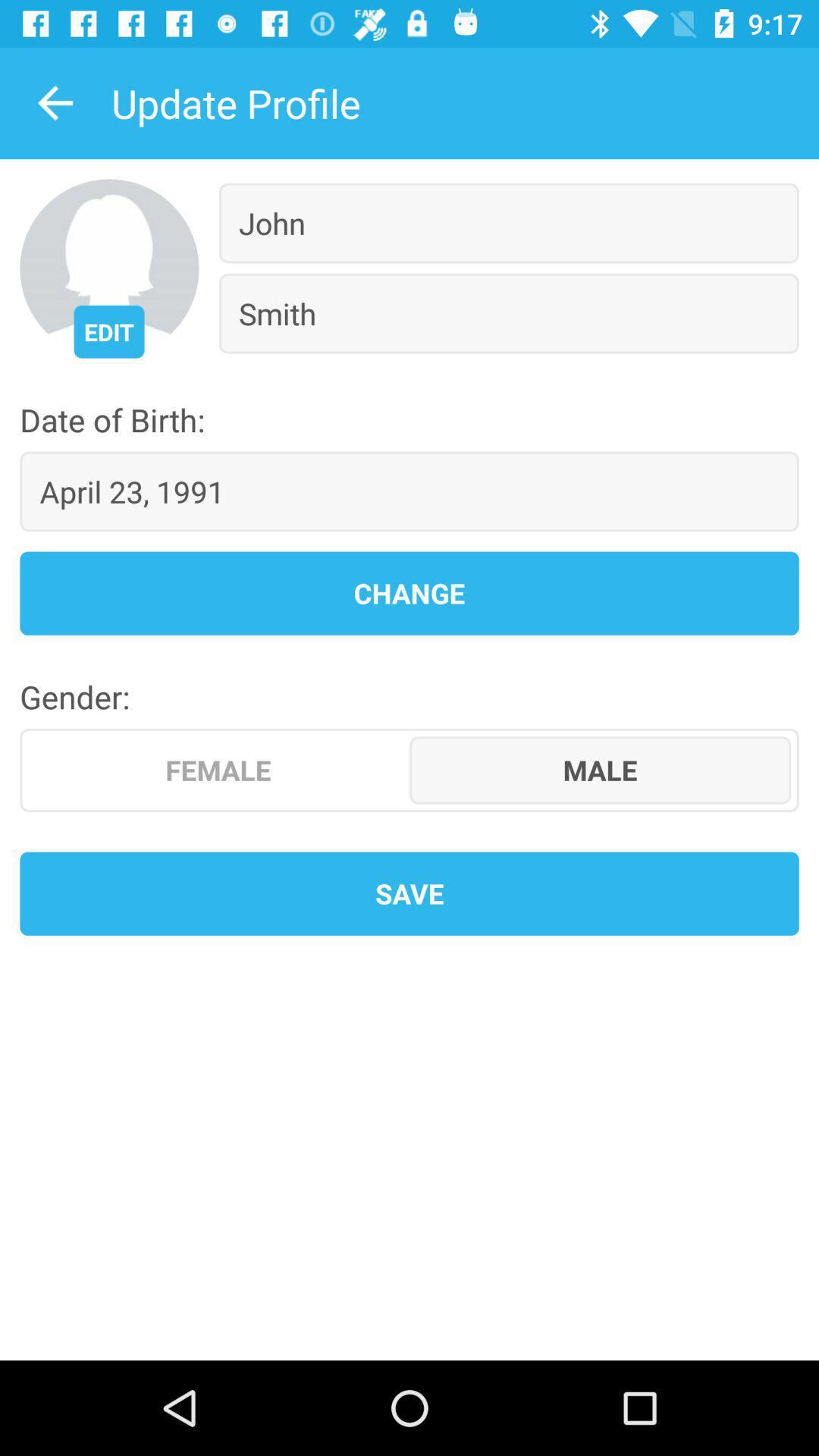  I want to click on the smith item, so click(509, 312).